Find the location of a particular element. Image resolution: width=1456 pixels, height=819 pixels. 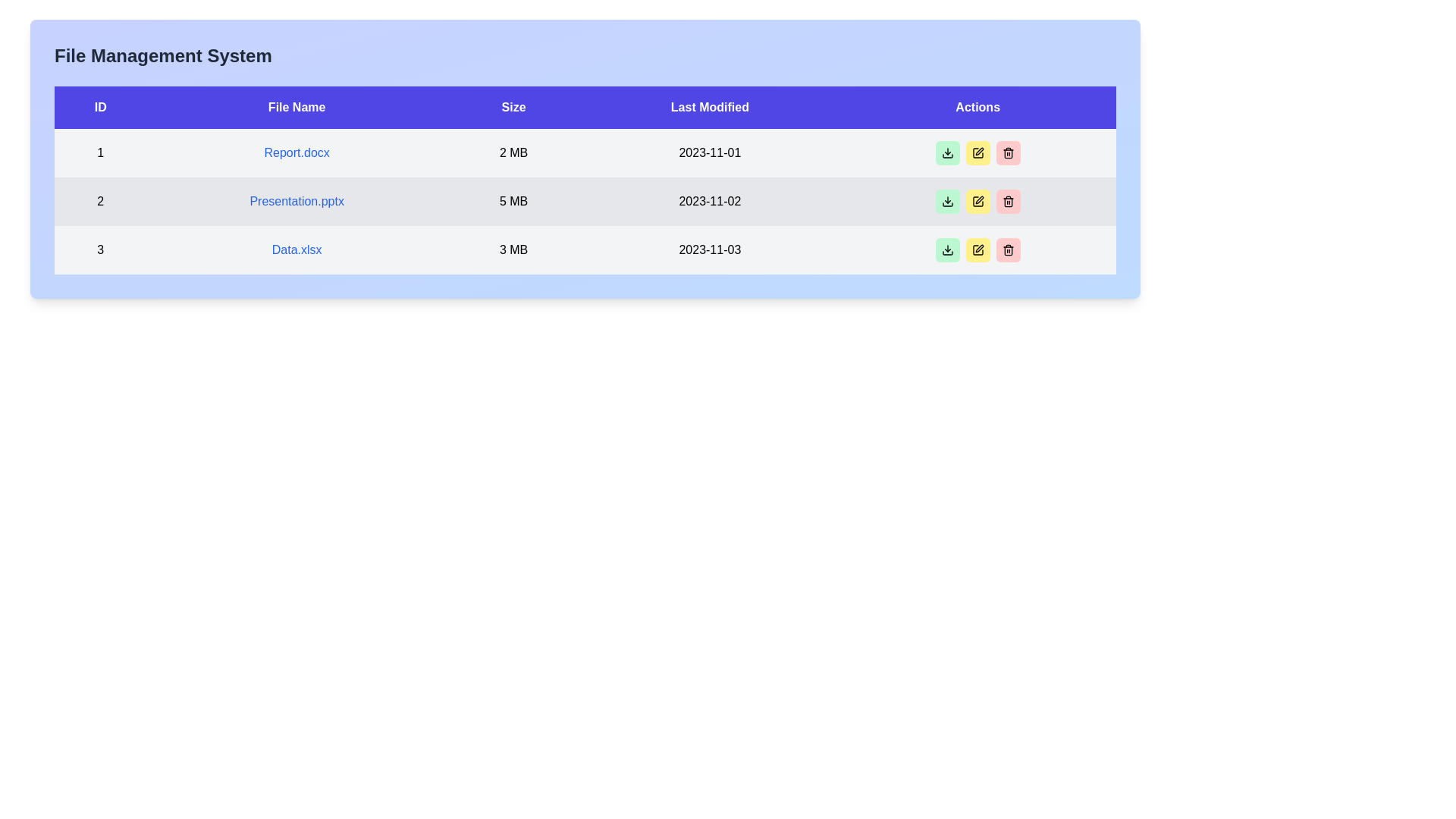

the delete icon, which is represented by a minimalist trash can design, located as the third icon in the 'Actions' column of the second row in the file listing table is located at coordinates (1008, 201).